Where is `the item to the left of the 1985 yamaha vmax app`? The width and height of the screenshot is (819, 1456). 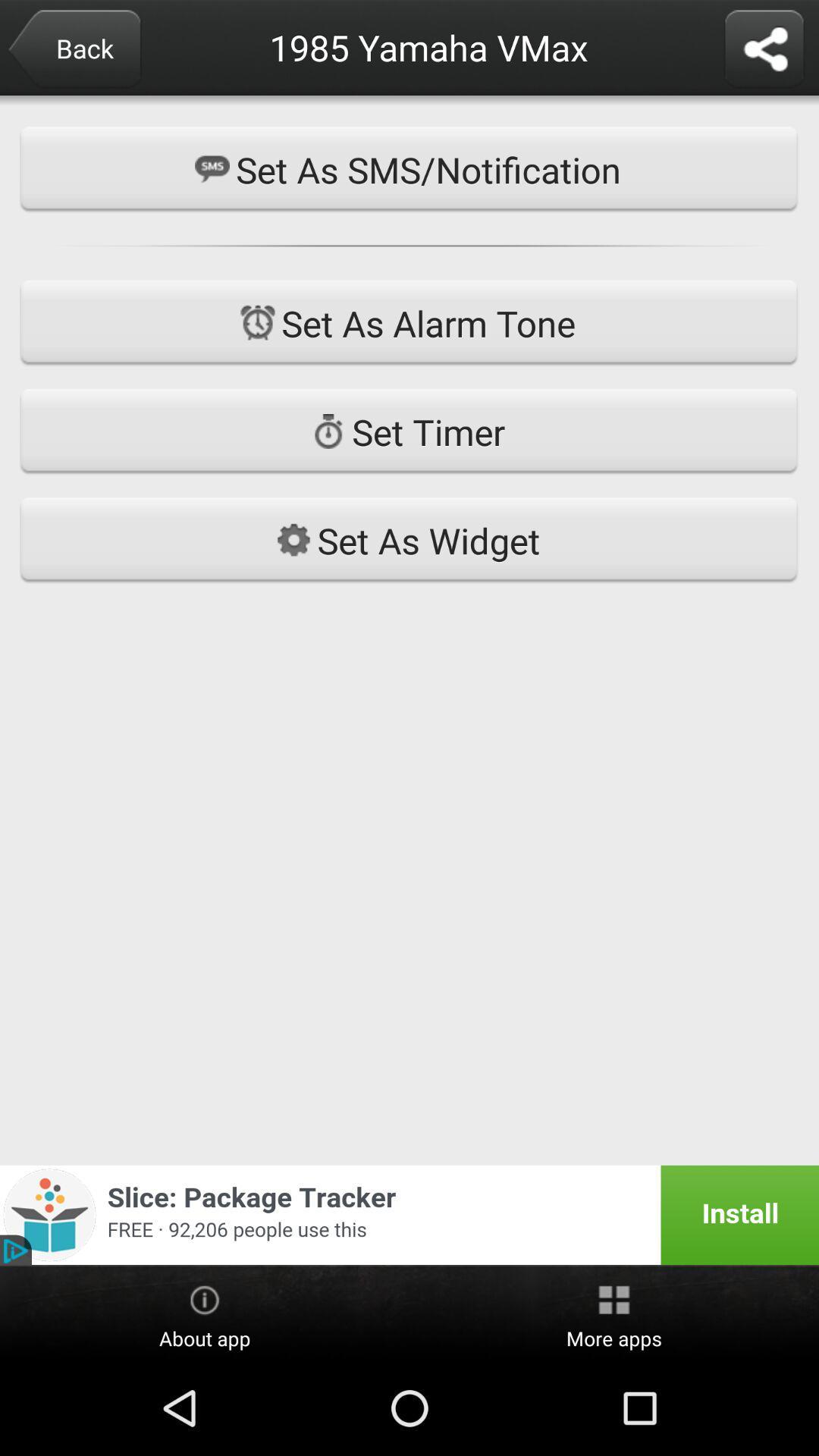 the item to the left of the 1985 yamaha vmax app is located at coordinates (74, 50).